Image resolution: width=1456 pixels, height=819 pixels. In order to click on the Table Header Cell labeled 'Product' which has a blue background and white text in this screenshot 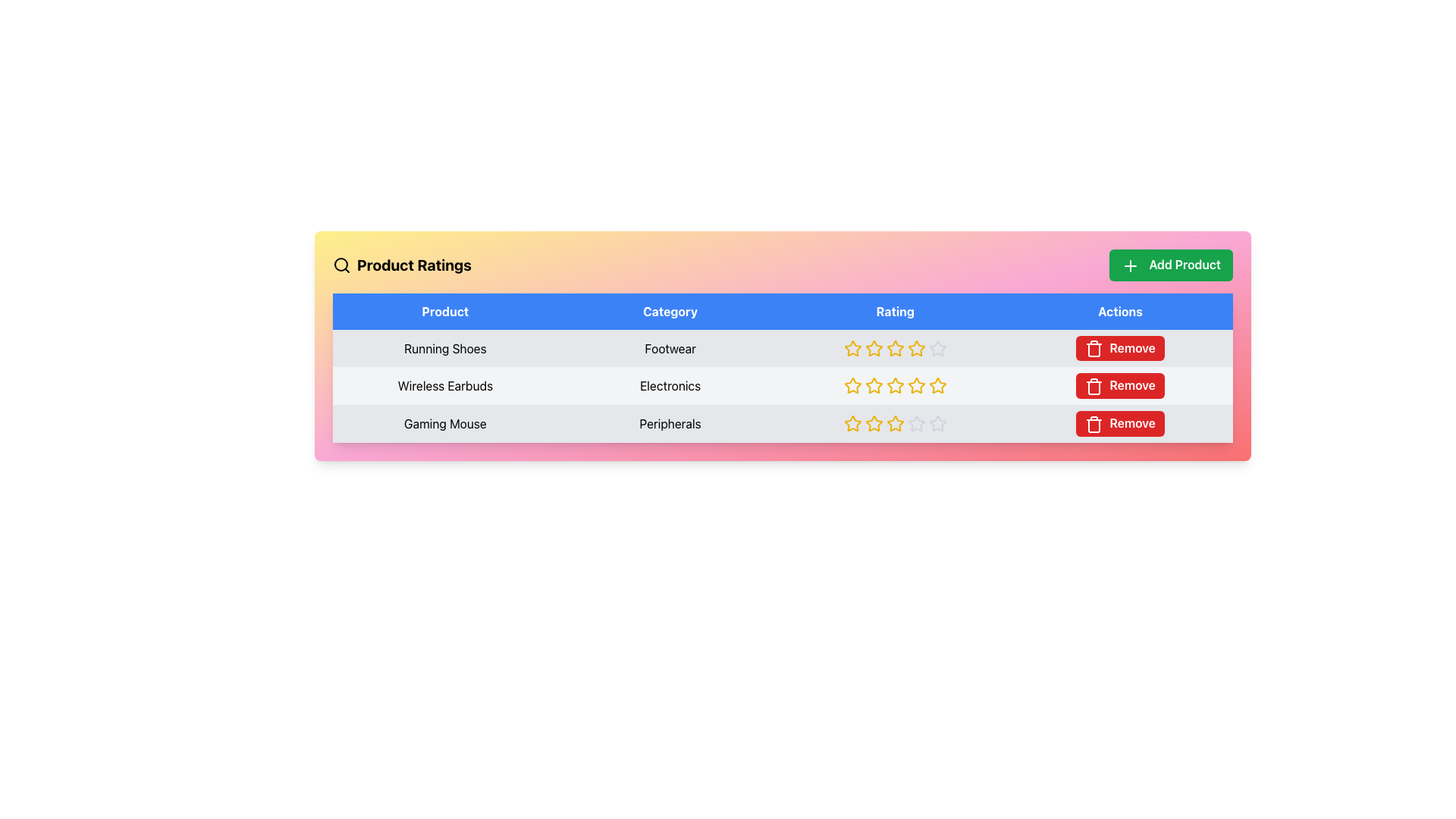, I will do `click(444, 310)`.